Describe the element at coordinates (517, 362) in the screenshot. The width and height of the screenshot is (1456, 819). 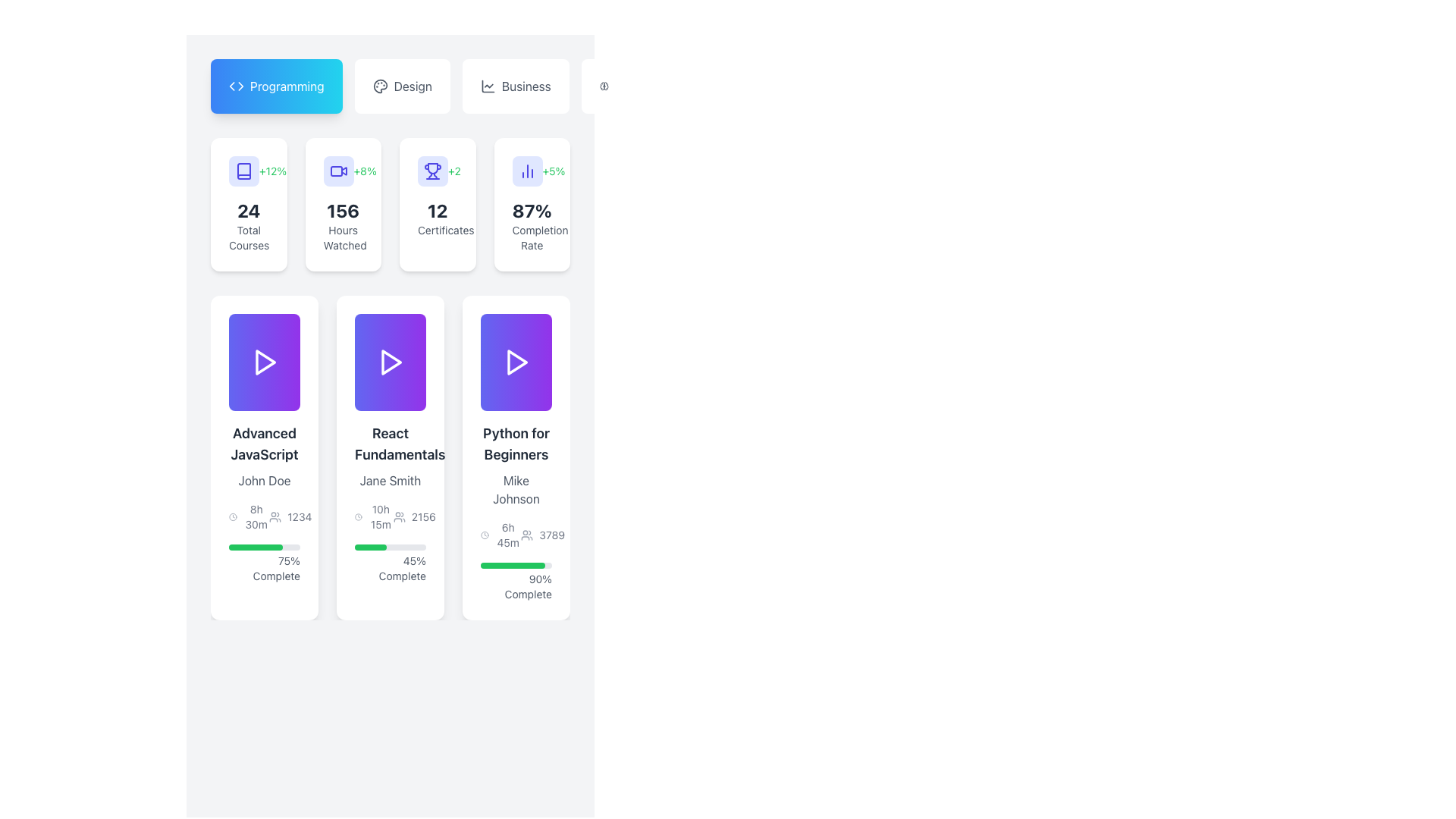
I see `the triangular play icon with white lines on a purple background located within the third course card titled 'Python for Beginners' to initiate playback` at that location.